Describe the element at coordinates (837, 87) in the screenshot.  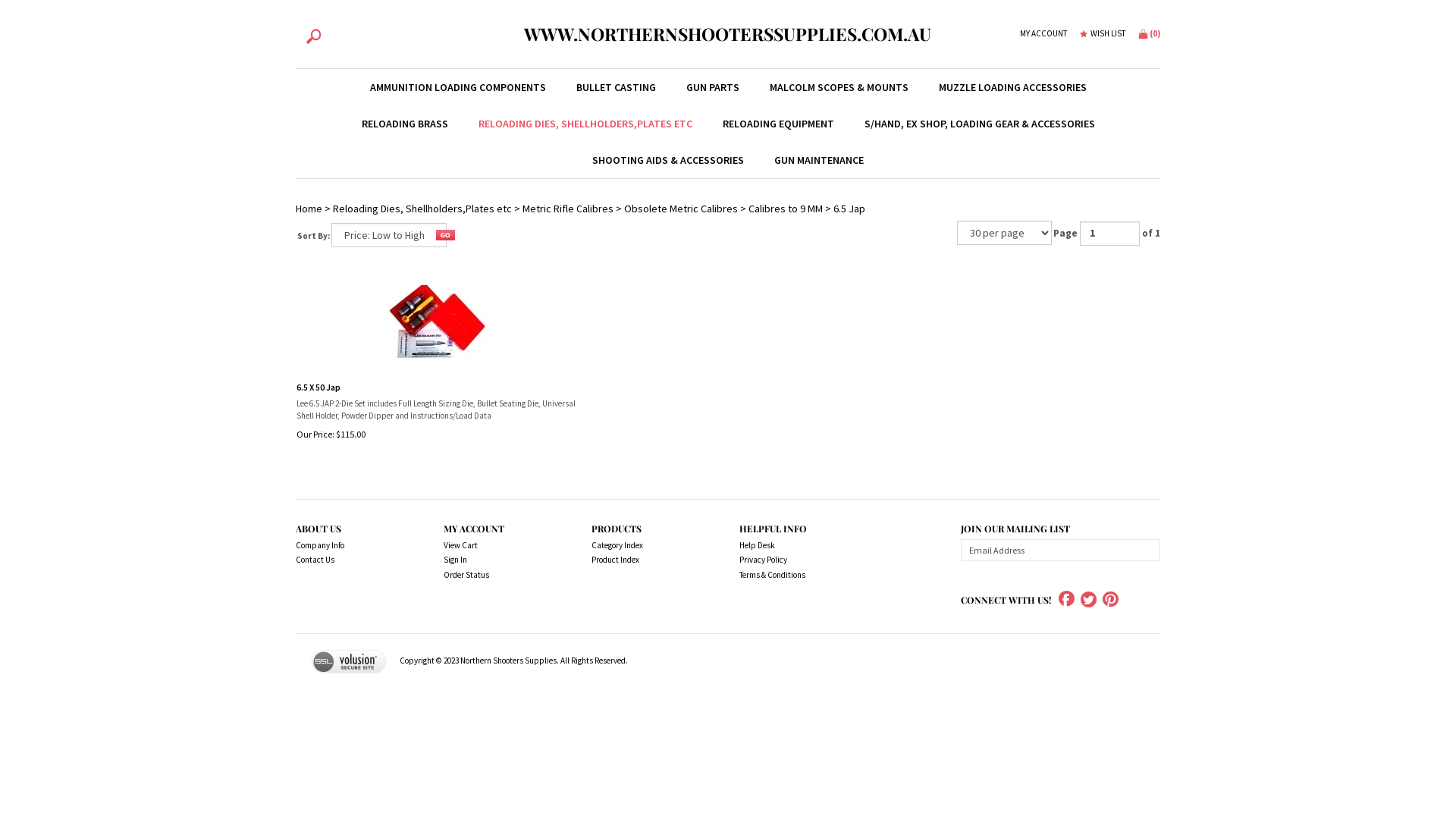
I see `'MALCOLM SCOPES & MOUNTS'` at that location.